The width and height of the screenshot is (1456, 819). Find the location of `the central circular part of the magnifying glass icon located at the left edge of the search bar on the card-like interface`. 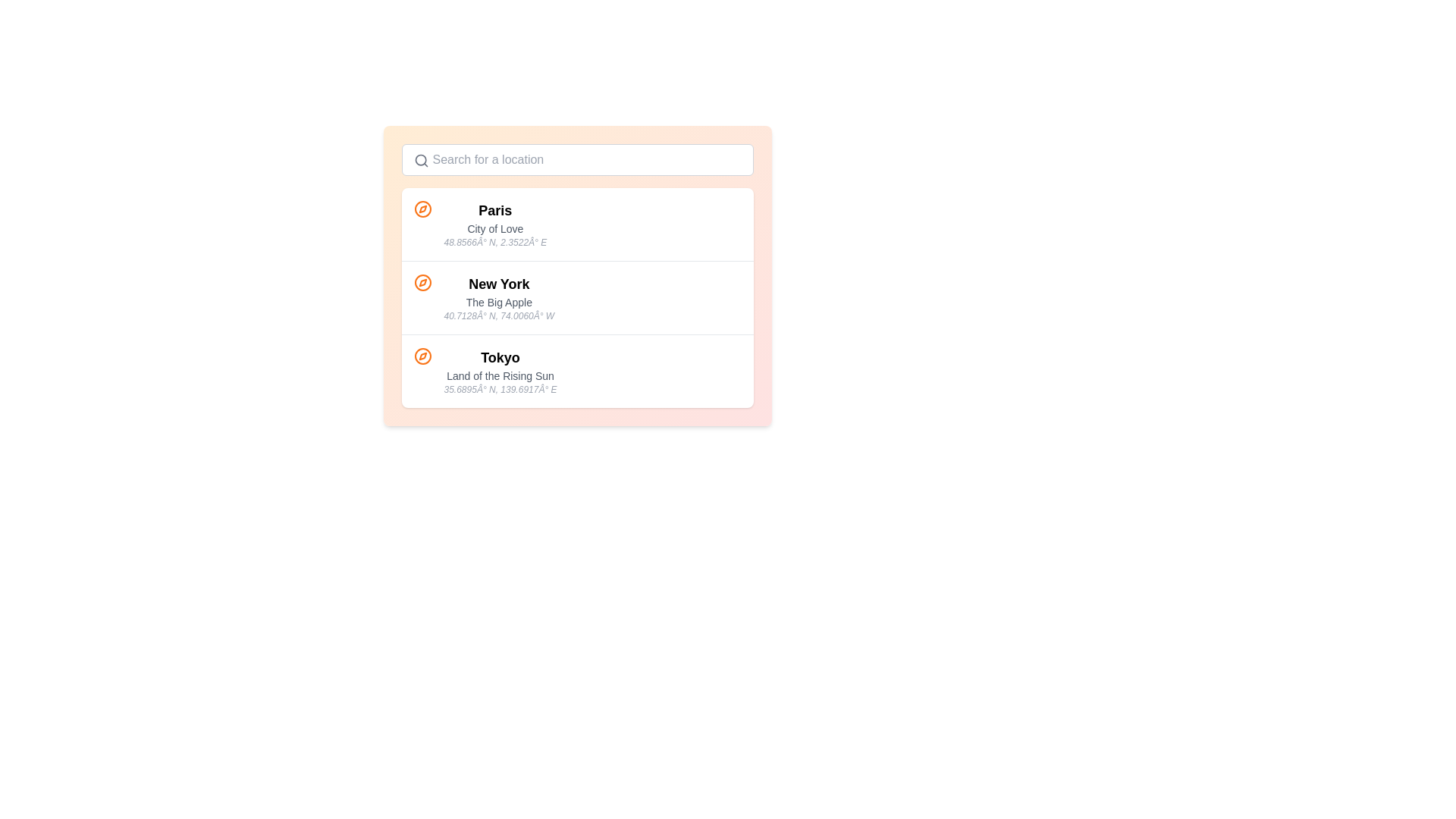

the central circular part of the magnifying glass icon located at the left edge of the search bar on the card-like interface is located at coordinates (420, 160).